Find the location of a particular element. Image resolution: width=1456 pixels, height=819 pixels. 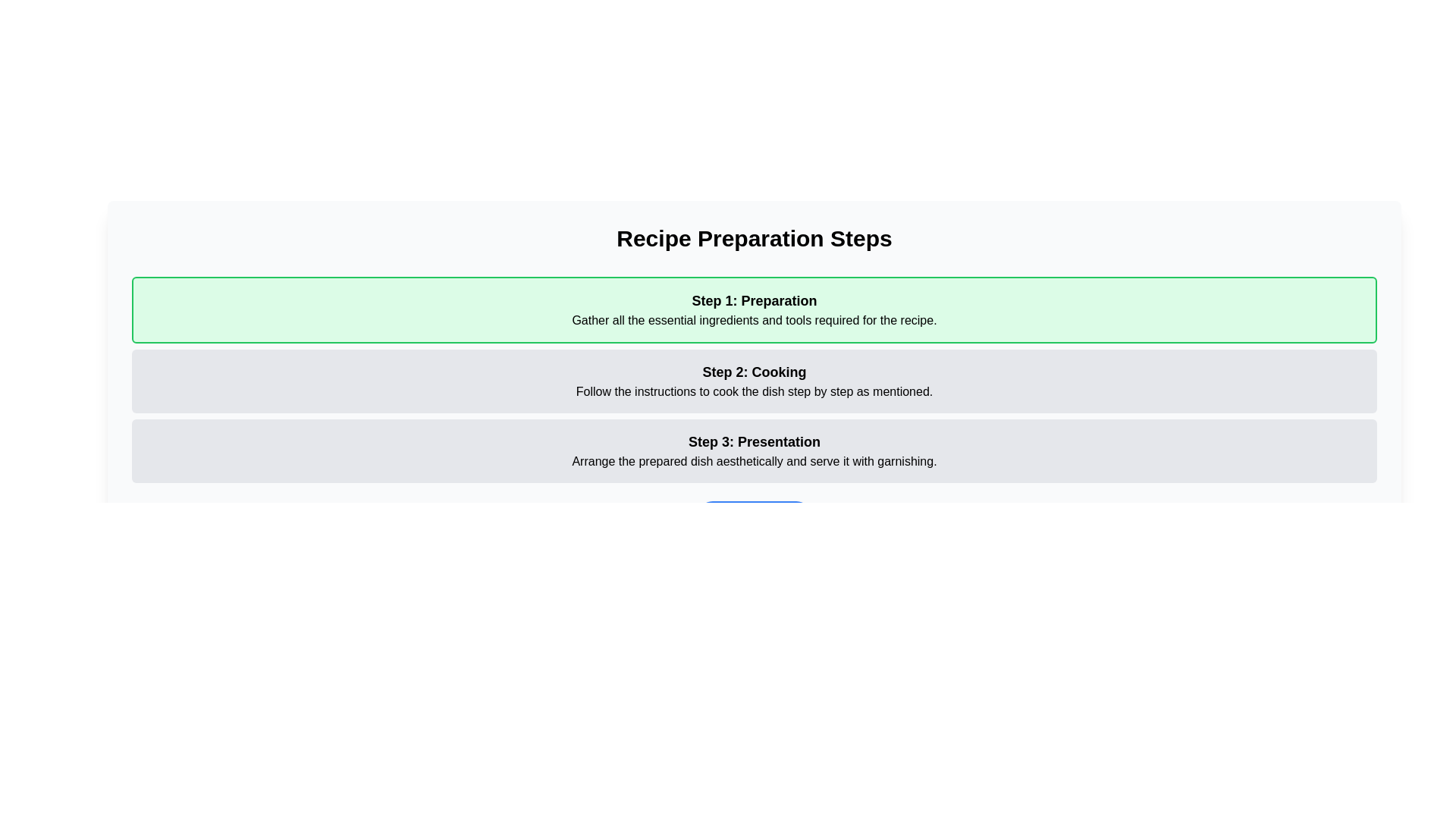

header text that says 'Step 1: Preparation,' which is styled with a larger, bold font against a light green background is located at coordinates (754, 301).